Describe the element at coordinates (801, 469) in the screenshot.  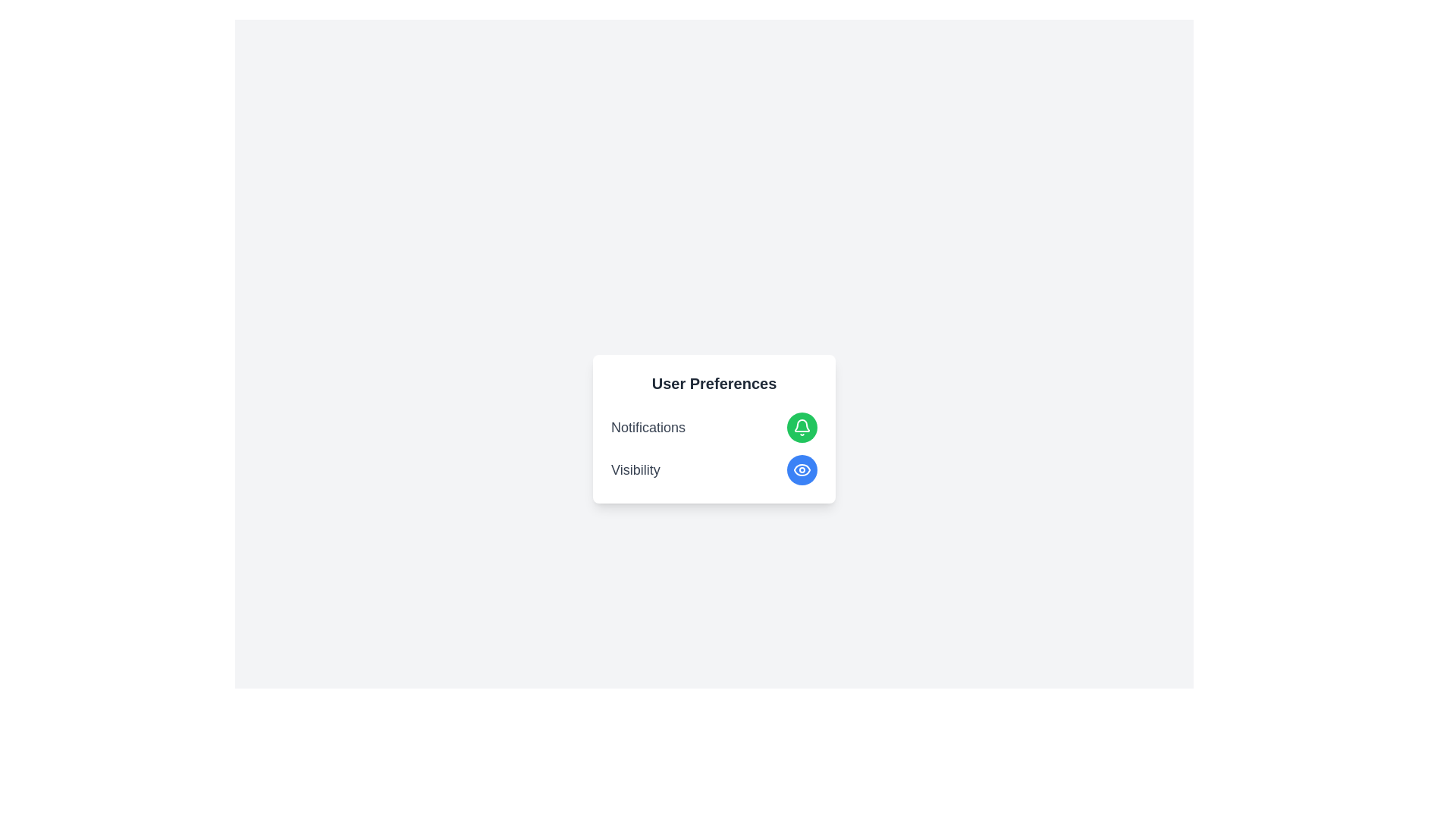
I see `the visibility toggle button to change its state` at that location.